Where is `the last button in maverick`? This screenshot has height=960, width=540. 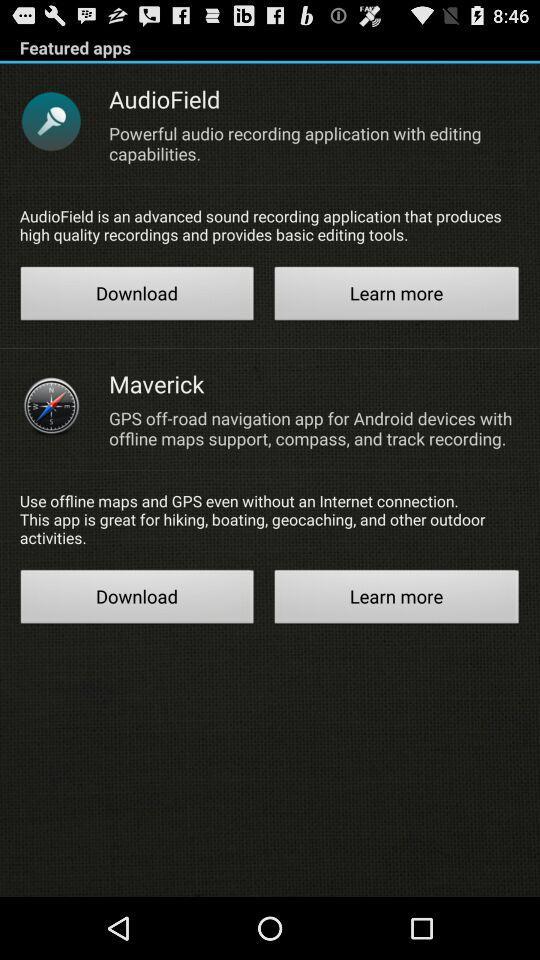 the last button in maverick is located at coordinates (397, 599).